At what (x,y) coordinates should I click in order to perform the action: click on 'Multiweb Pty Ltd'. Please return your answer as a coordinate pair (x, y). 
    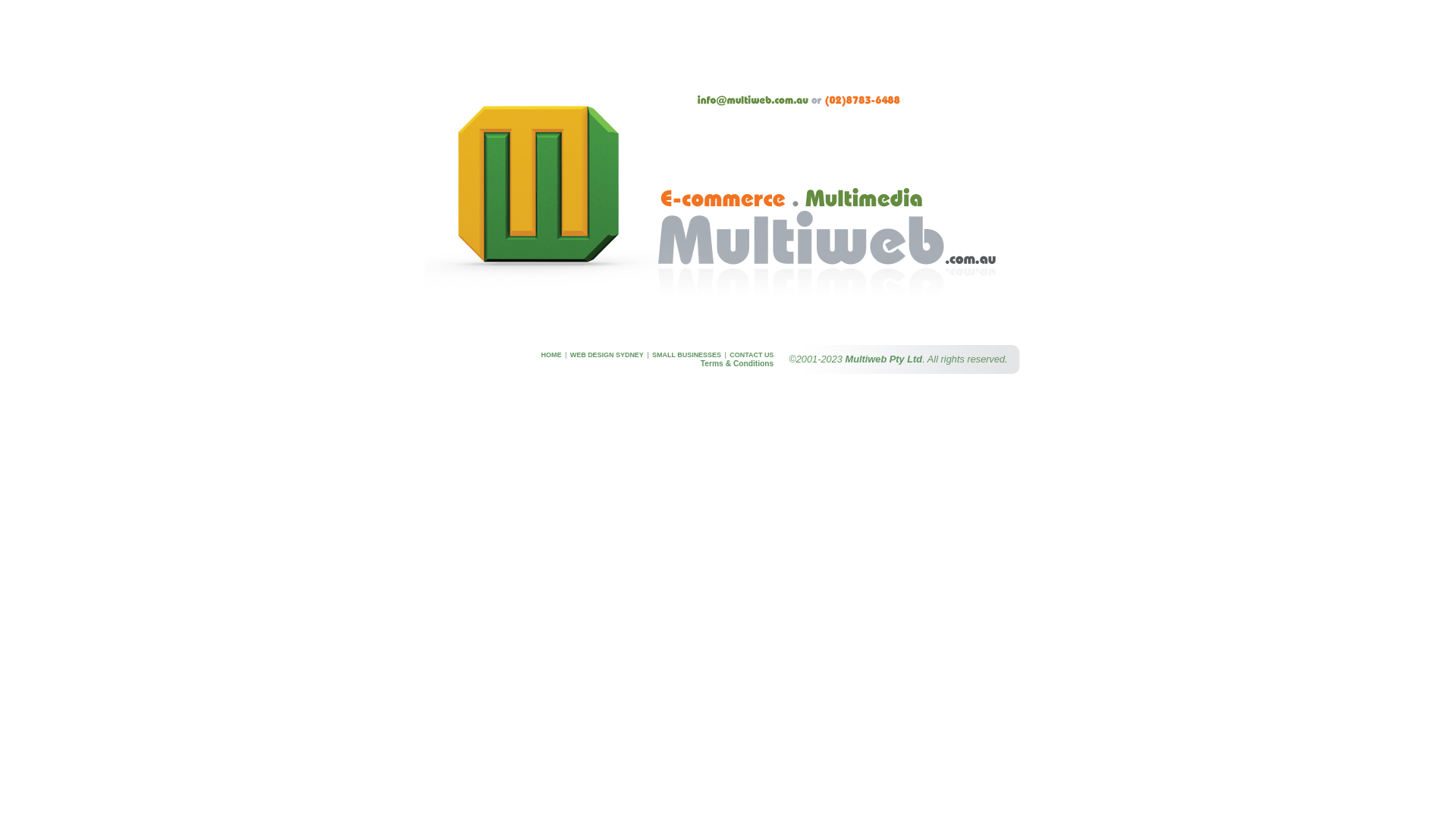
    Looking at the image, I should click on (884, 359).